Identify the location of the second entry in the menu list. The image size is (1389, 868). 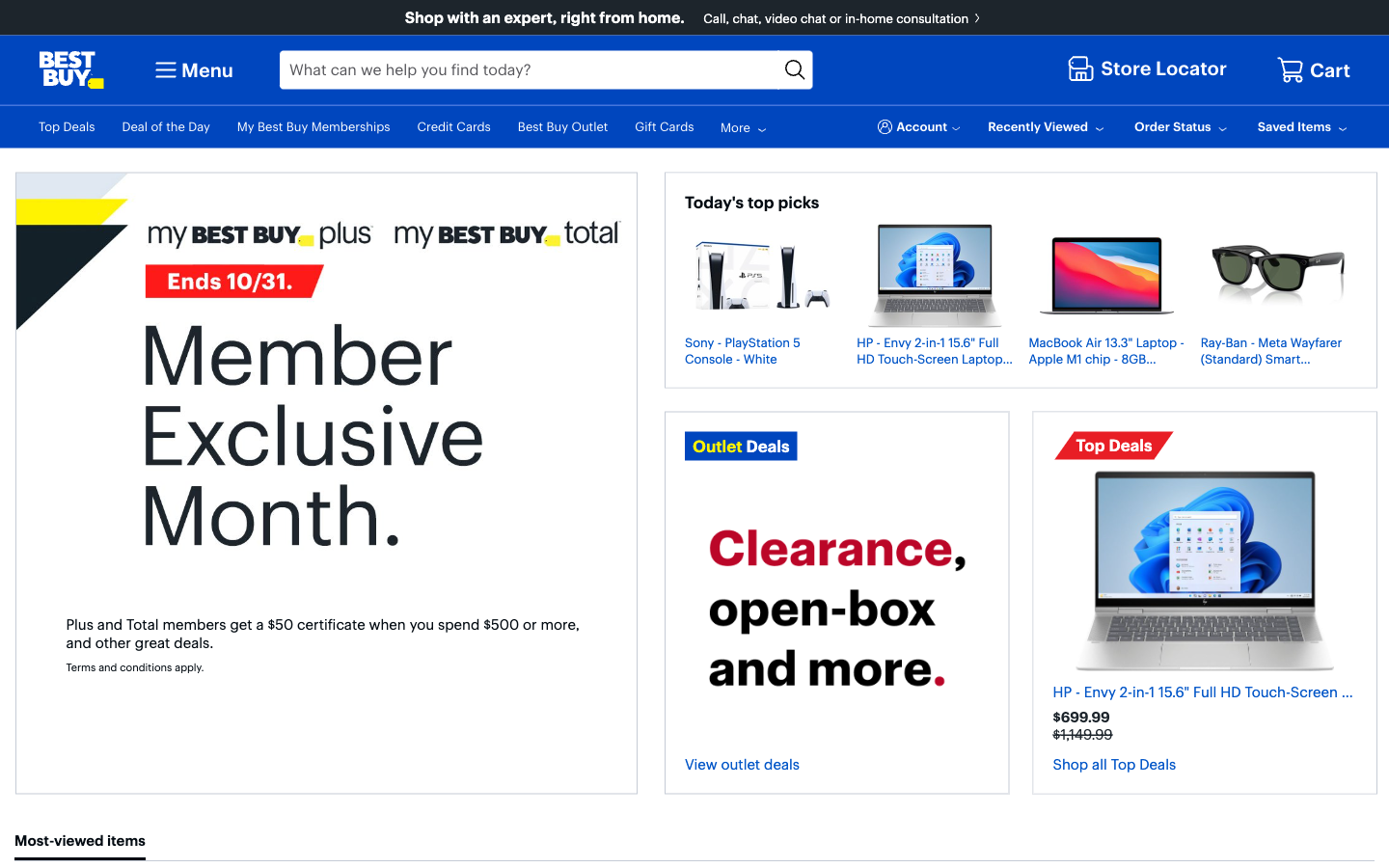
(192, 68).